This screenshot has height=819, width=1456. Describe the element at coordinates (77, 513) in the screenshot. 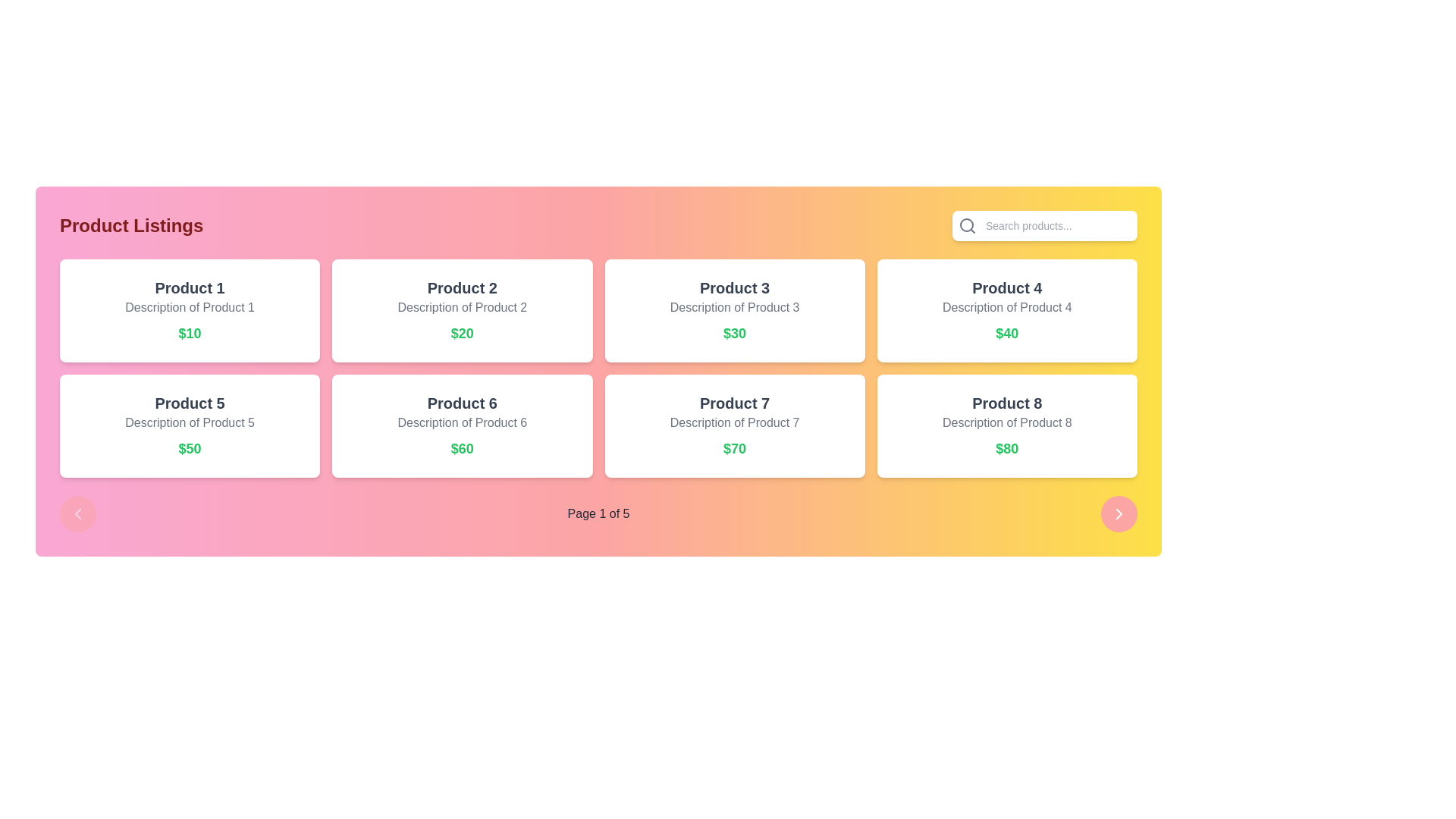

I see `the circular red button with a leftward arrow icon located at the bottom-left of the pagination area` at that location.